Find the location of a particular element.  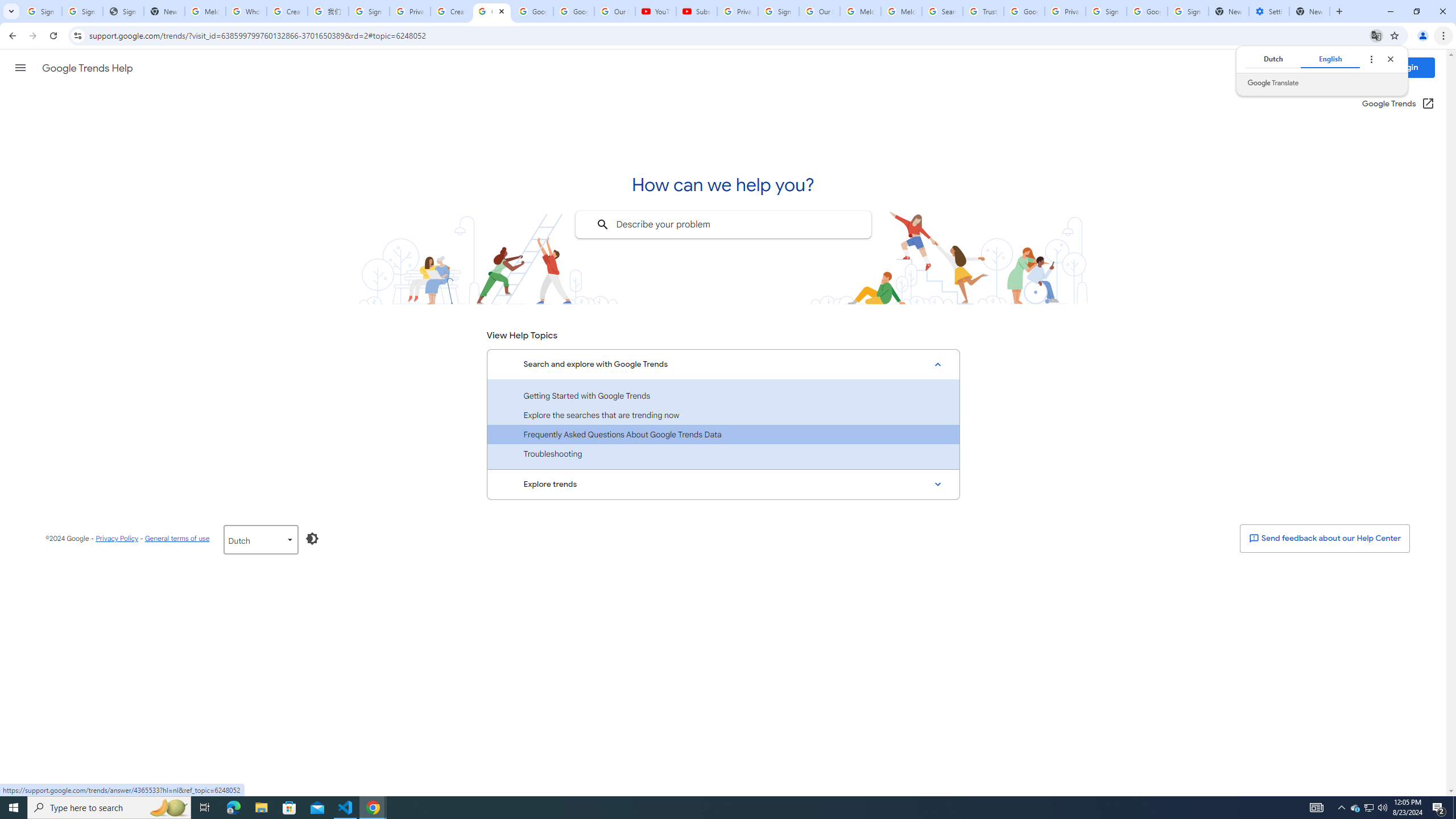

'Google Cybersecurity Innovations - Google Safety Center' is located at coordinates (1146, 11).